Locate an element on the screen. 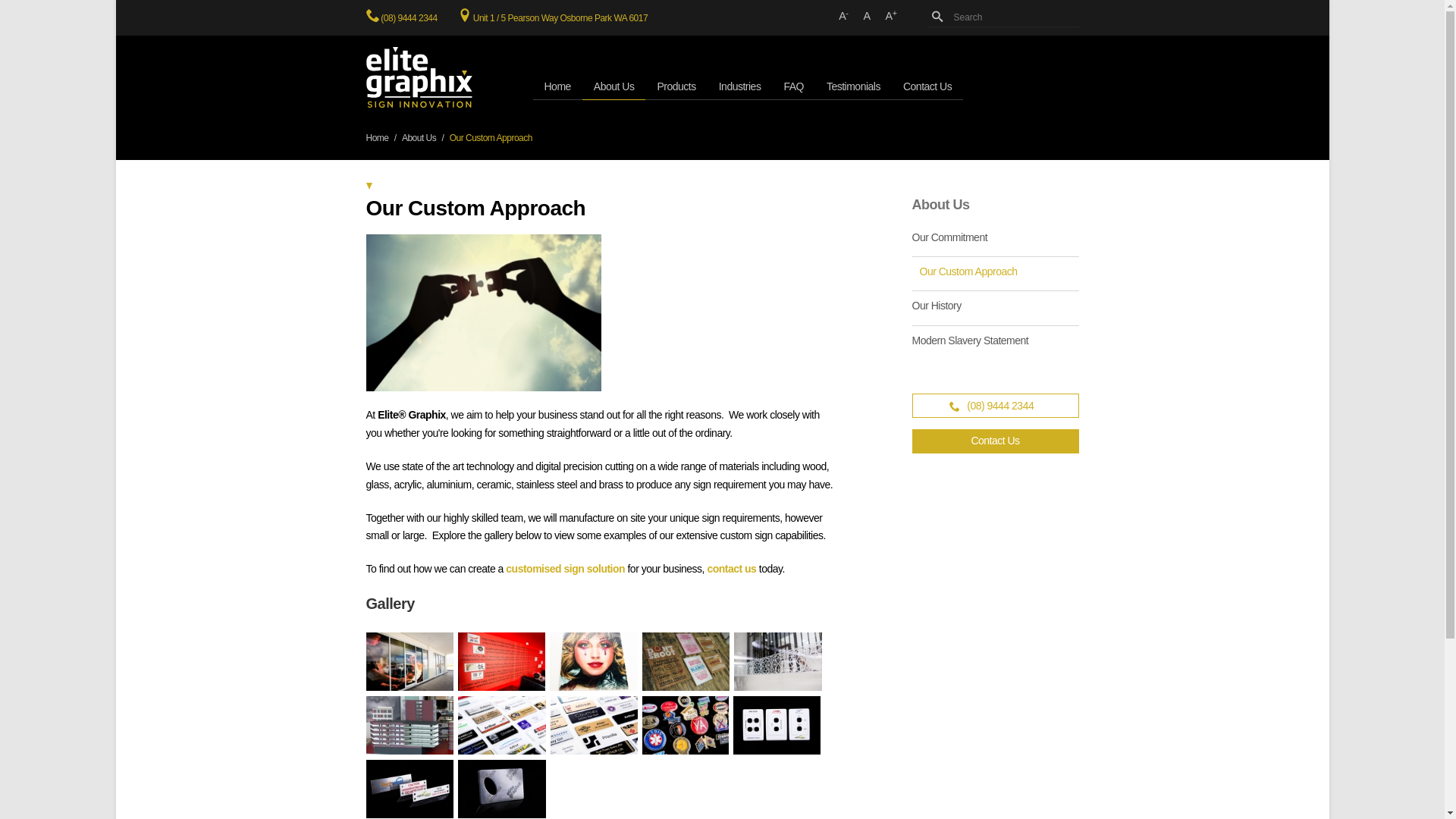  'Contact Us' is located at coordinates (994, 441).